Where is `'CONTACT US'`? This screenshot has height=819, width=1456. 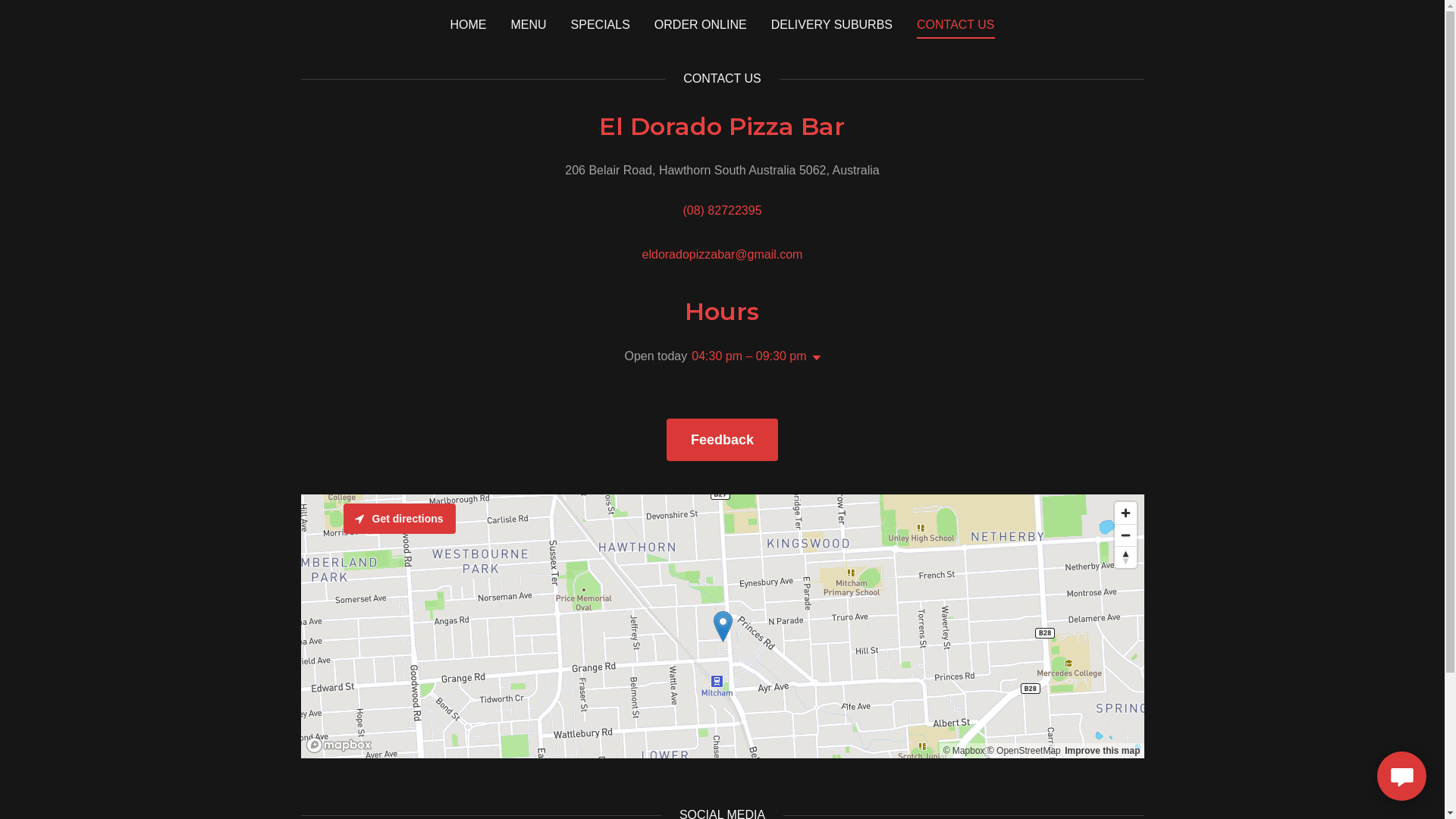
'CONTACT US' is located at coordinates (955, 27).